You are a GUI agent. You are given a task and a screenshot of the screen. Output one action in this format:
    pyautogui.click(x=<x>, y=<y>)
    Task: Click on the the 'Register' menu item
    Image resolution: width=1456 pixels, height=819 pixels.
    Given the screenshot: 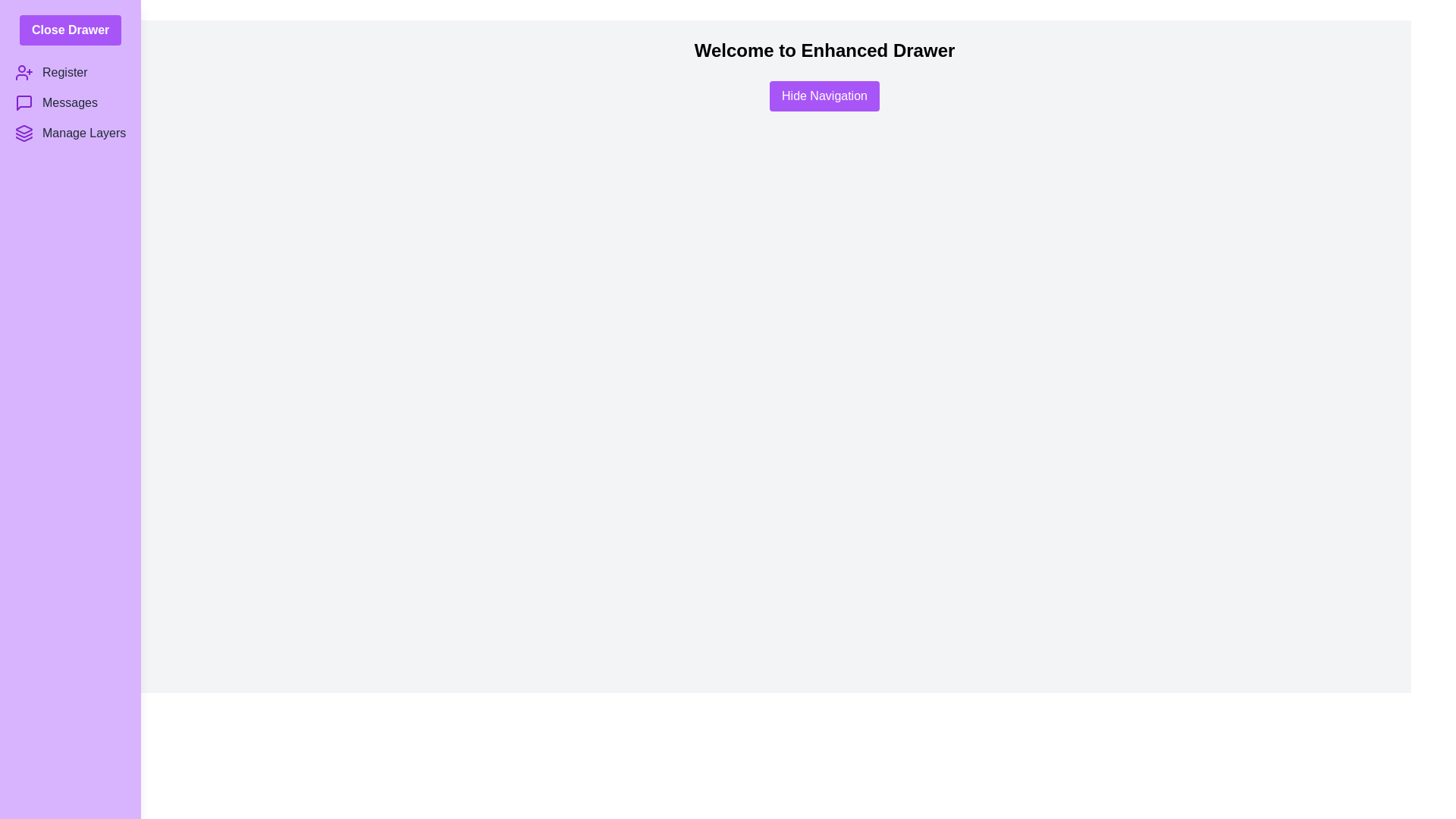 What is the action you would take?
    pyautogui.click(x=69, y=73)
    